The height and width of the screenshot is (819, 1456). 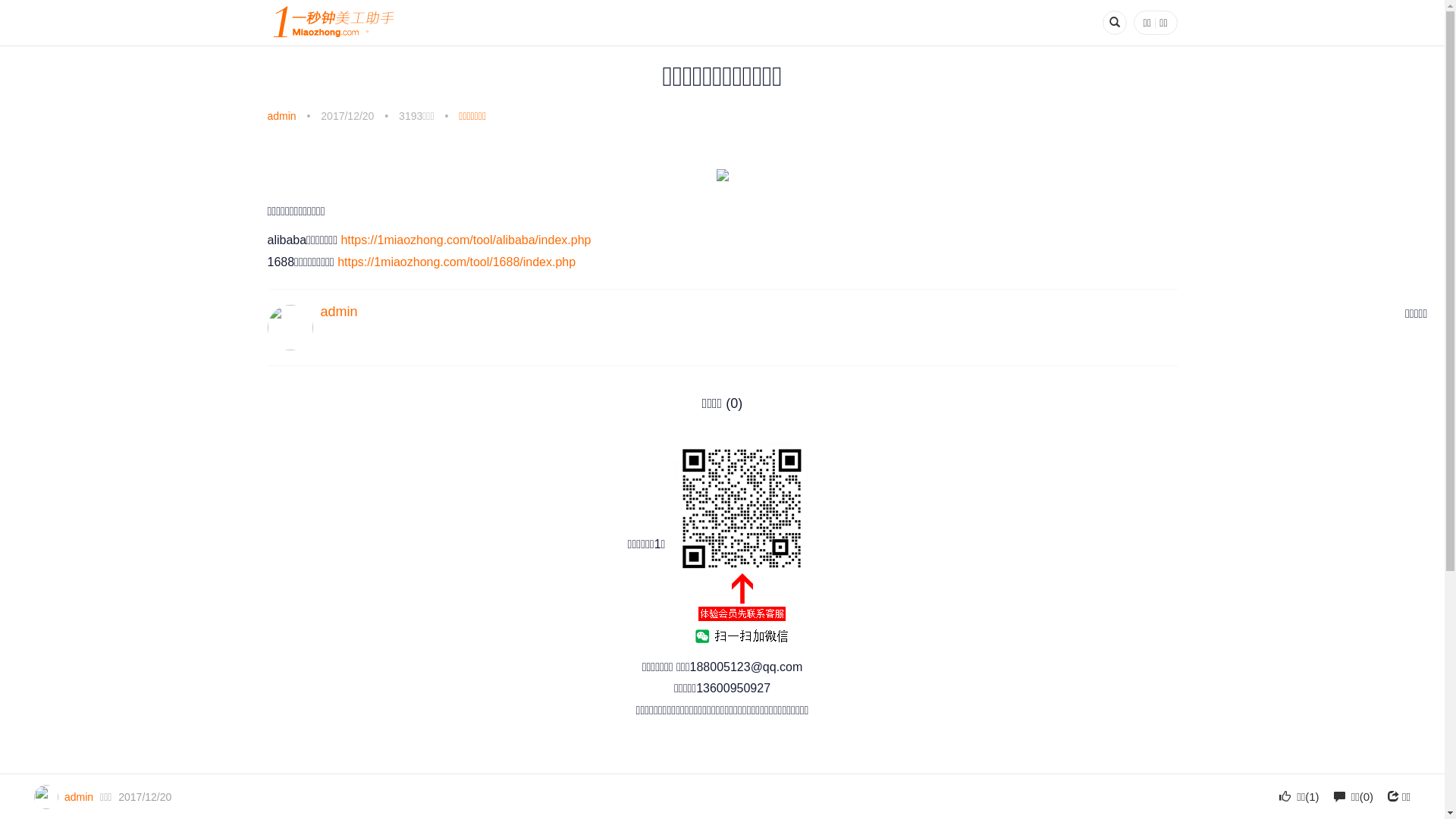 I want to click on 'admin', so click(x=281, y=115).